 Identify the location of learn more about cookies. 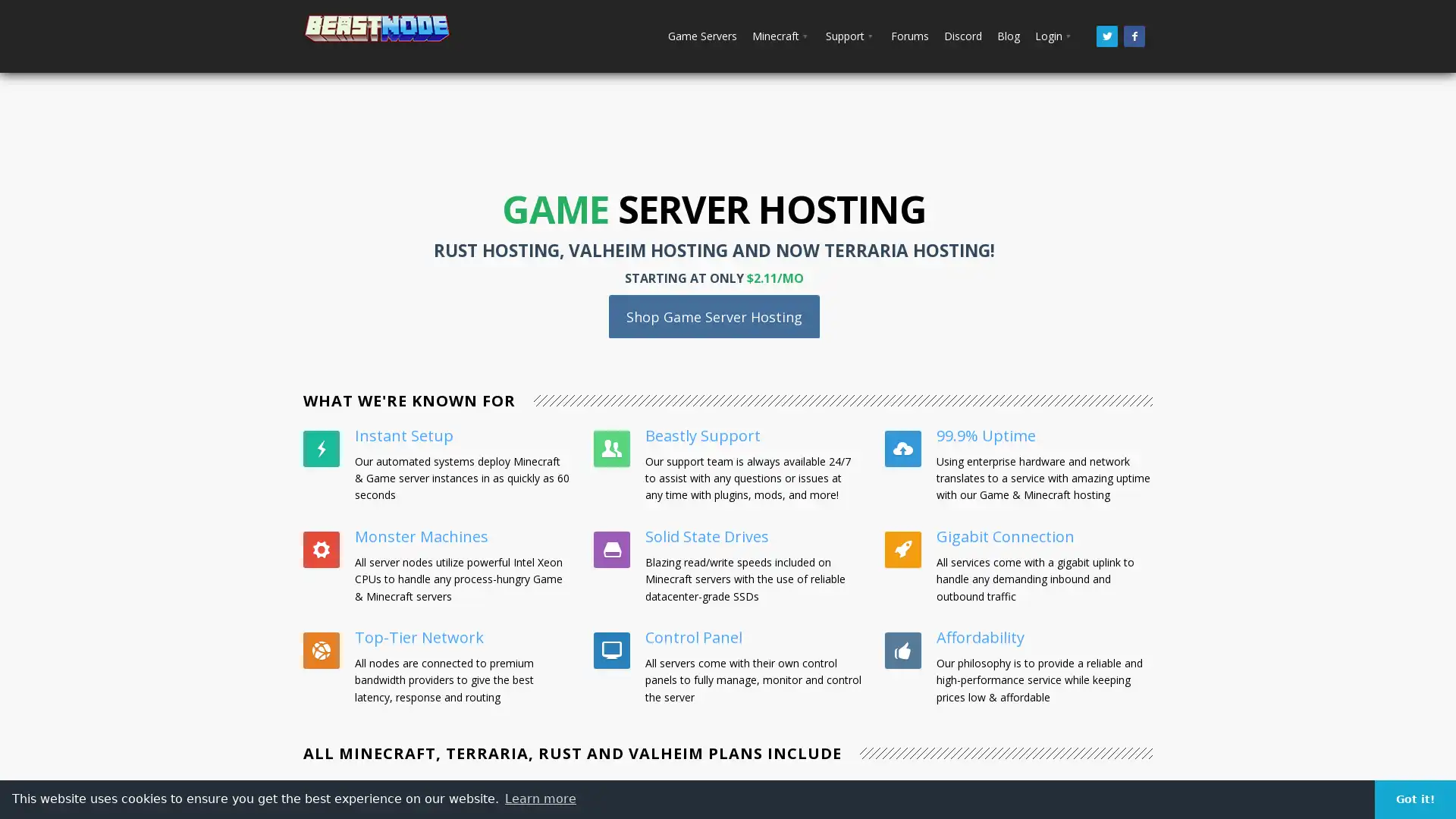
(541, 798).